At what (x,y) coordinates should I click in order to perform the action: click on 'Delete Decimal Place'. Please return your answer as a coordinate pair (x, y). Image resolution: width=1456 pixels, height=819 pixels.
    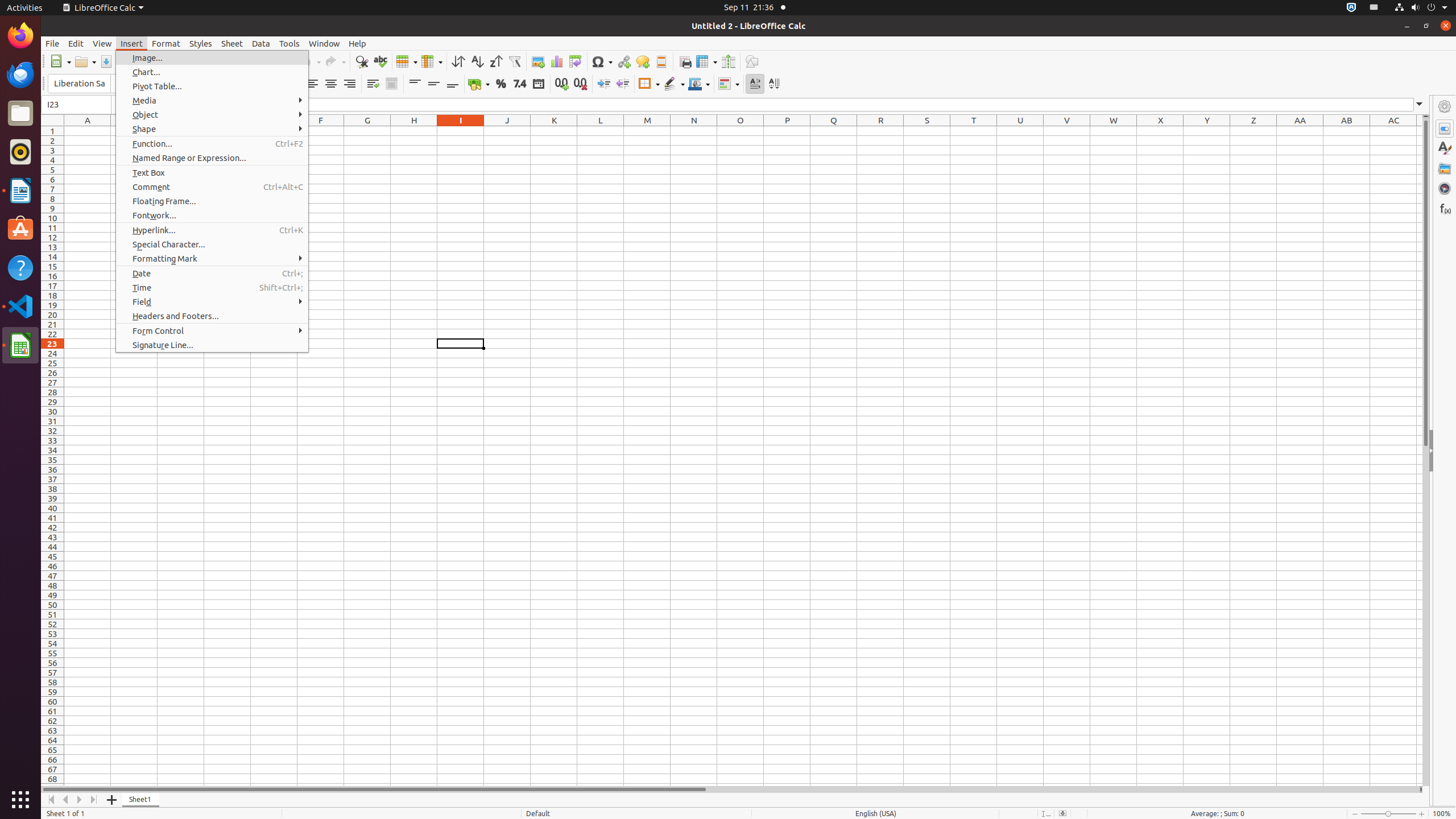
    Looking at the image, I should click on (580, 83).